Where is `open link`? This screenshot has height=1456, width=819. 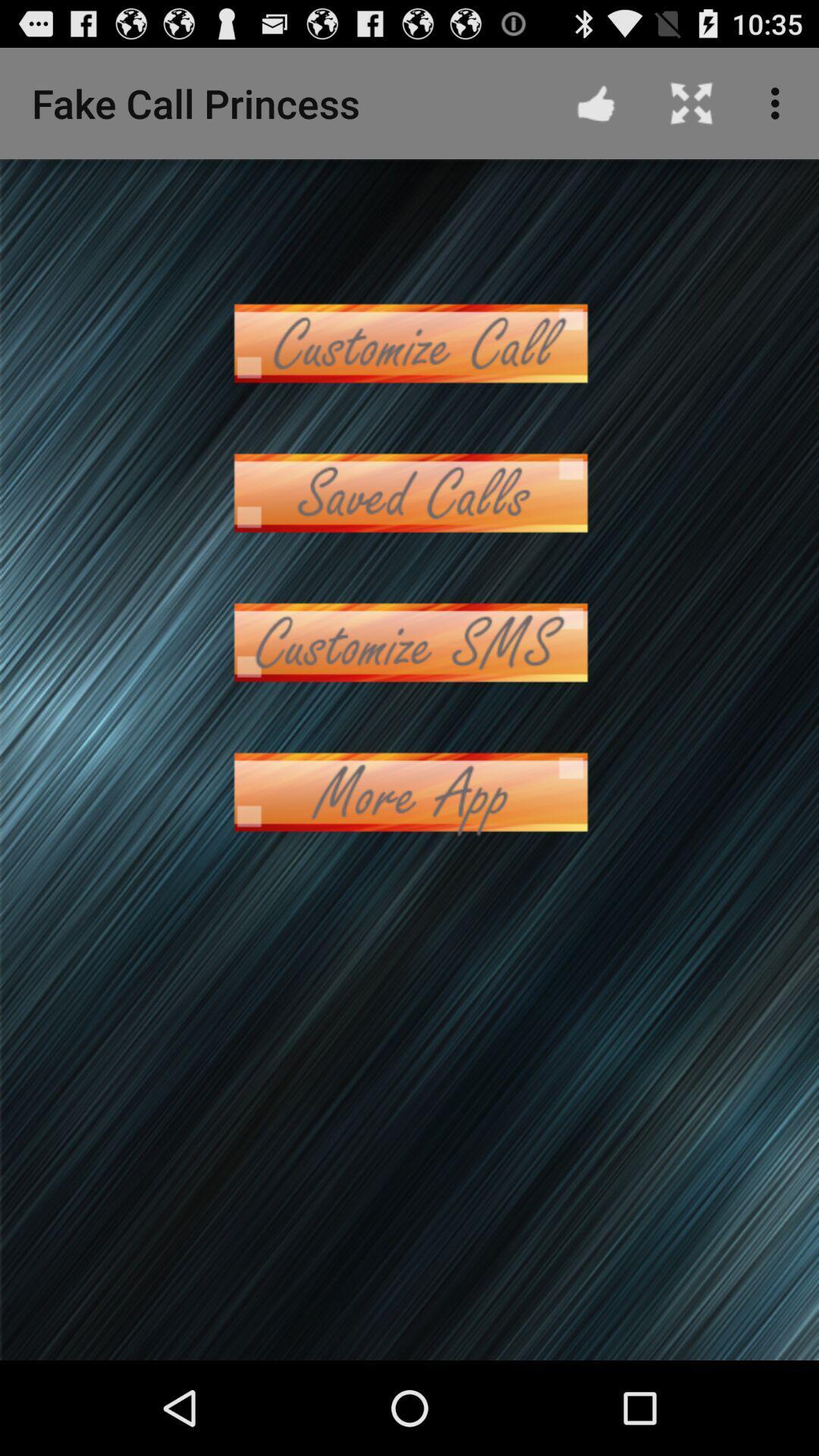
open link is located at coordinates (409, 342).